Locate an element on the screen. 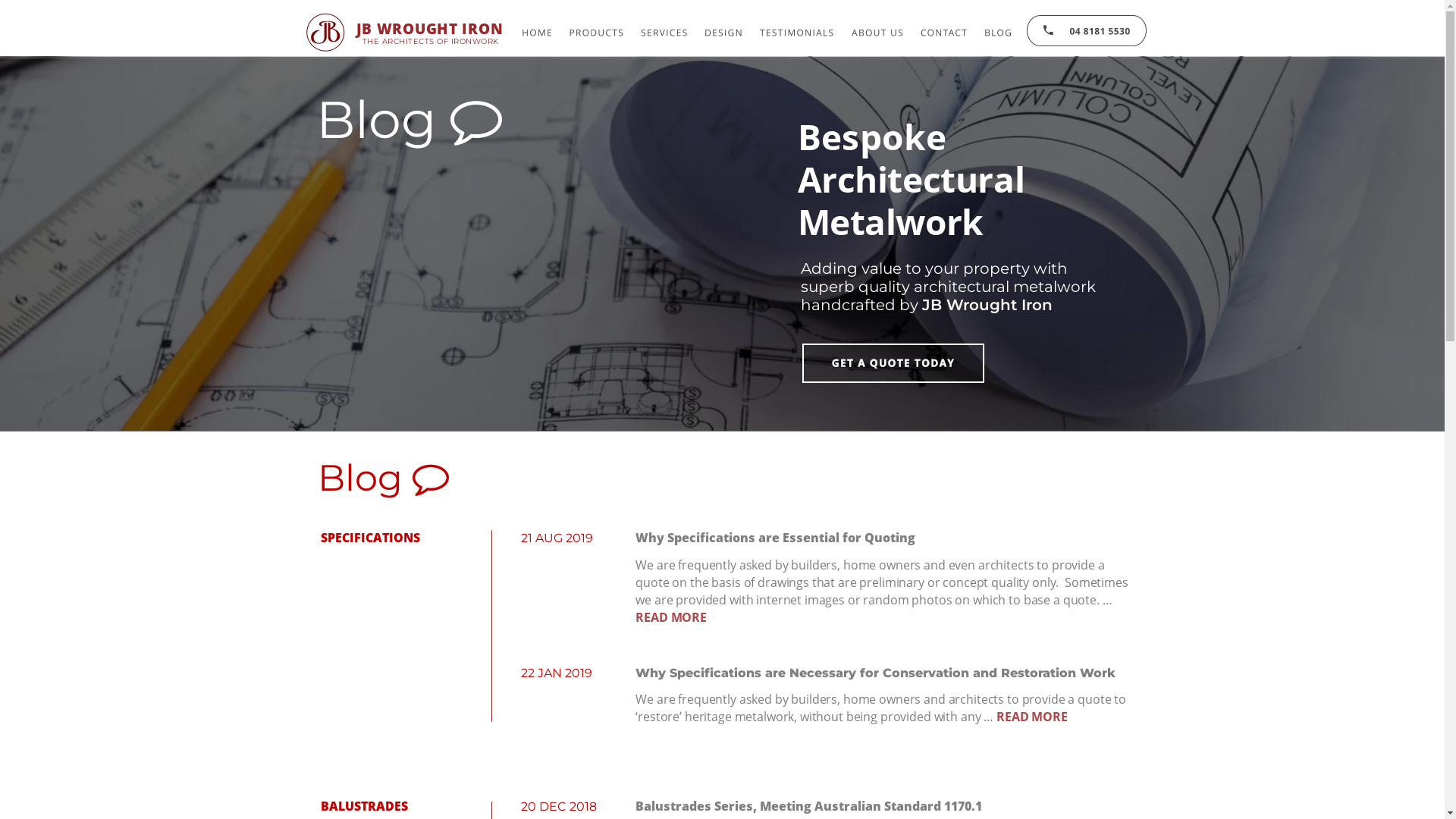 The image size is (1456, 819). 'JB WROUGHT IRON' is located at coordinates (428, 29).